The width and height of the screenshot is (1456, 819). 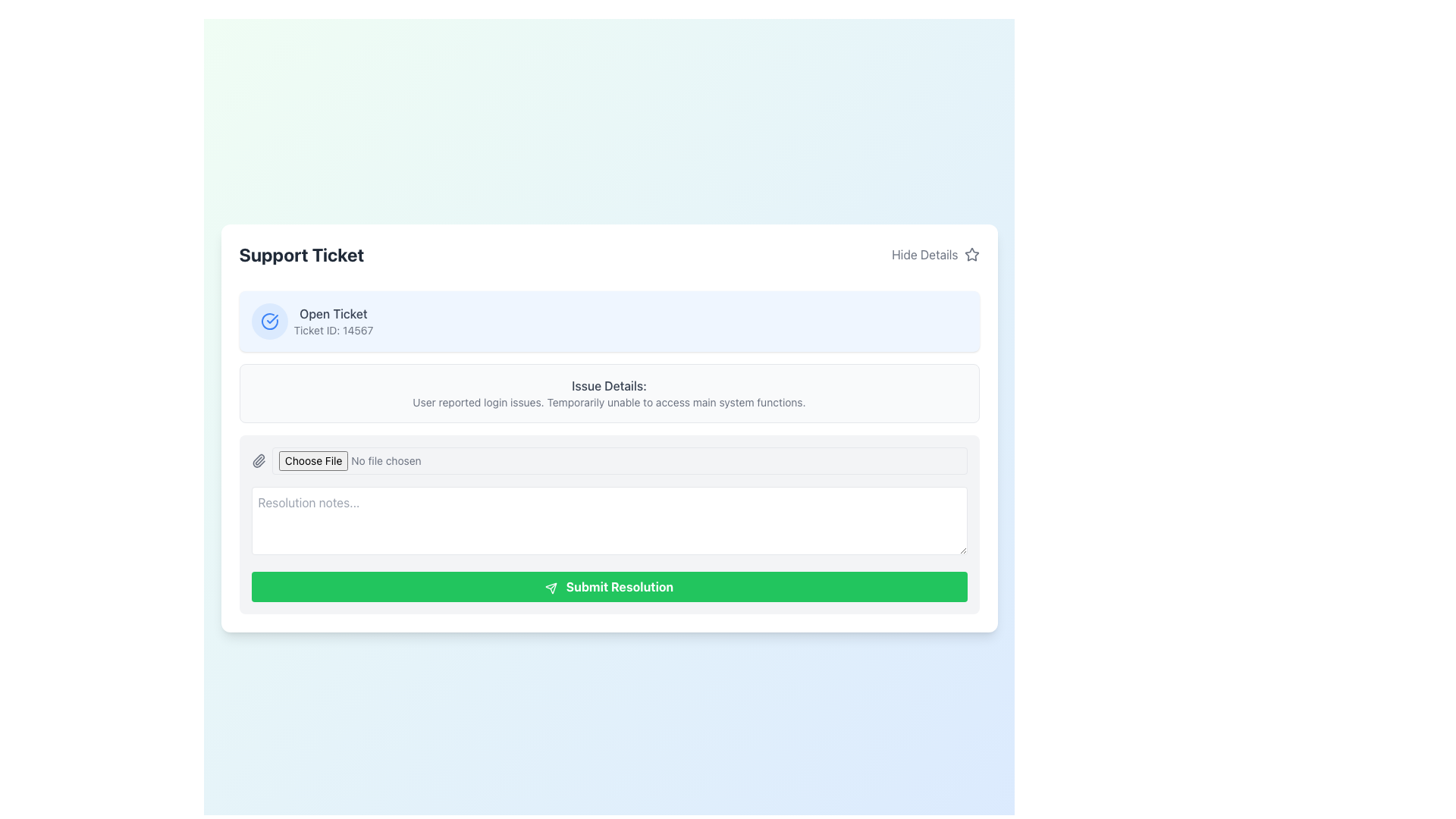 I want to click on the text block displaying 'Open Ticket' and 'Ticket ID: 14567' in the top section of the 'Support Ticket' interface, so click(x=333, y=321).